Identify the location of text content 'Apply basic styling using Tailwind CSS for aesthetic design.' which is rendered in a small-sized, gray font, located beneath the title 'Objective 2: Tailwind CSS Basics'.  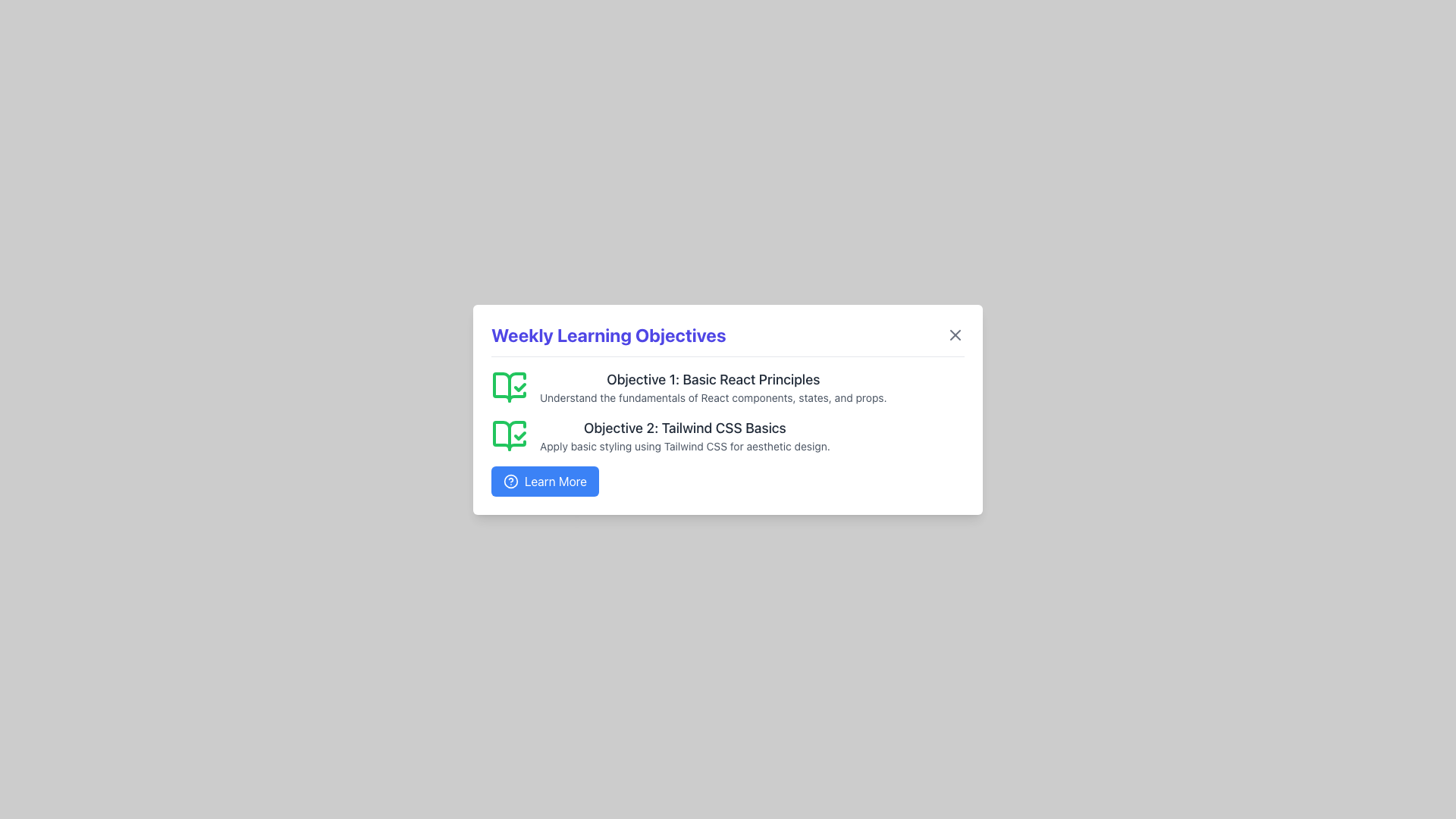
(684, 445).